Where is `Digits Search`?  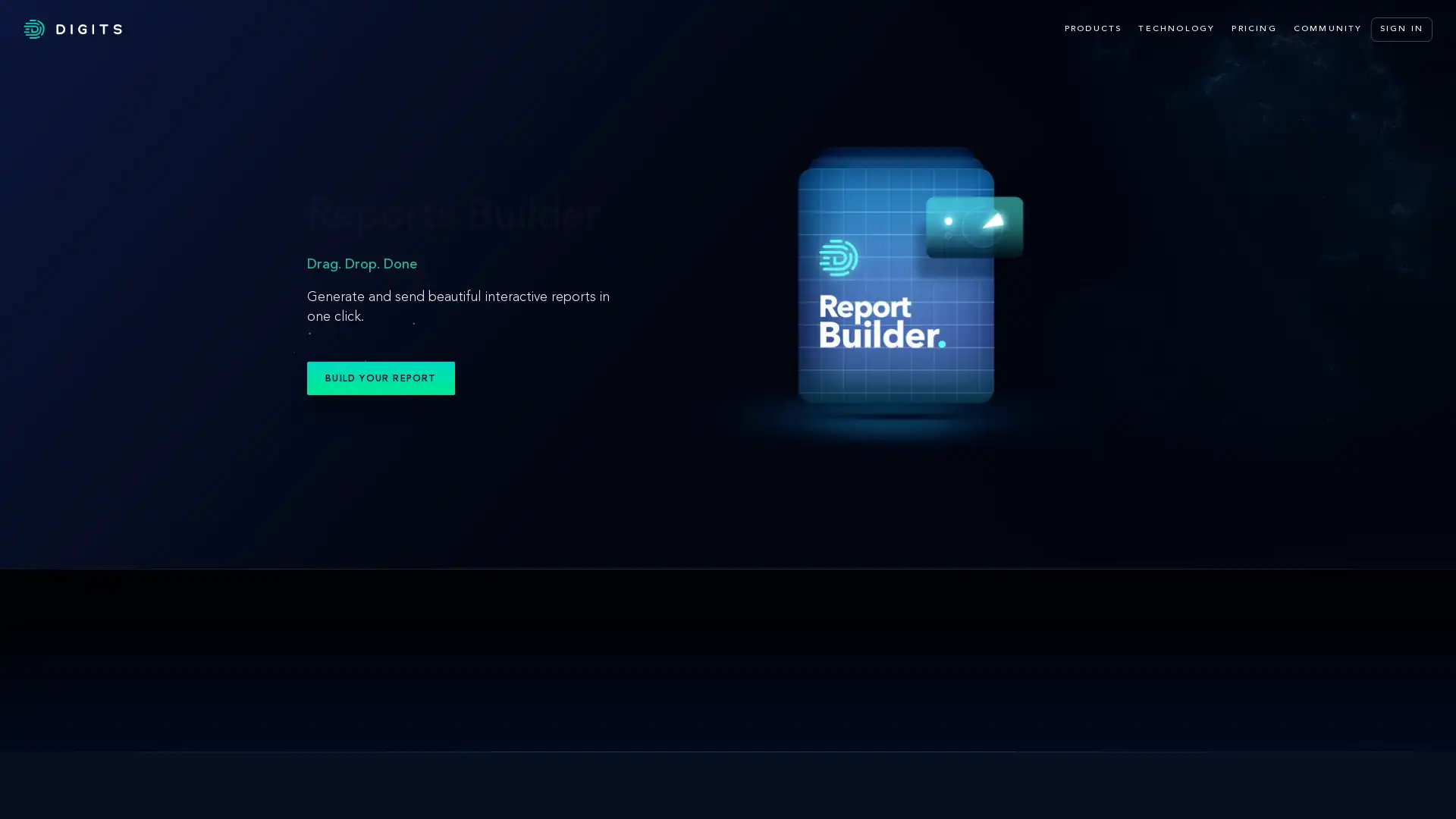 Digits Search is located at coordinates (728, 472).